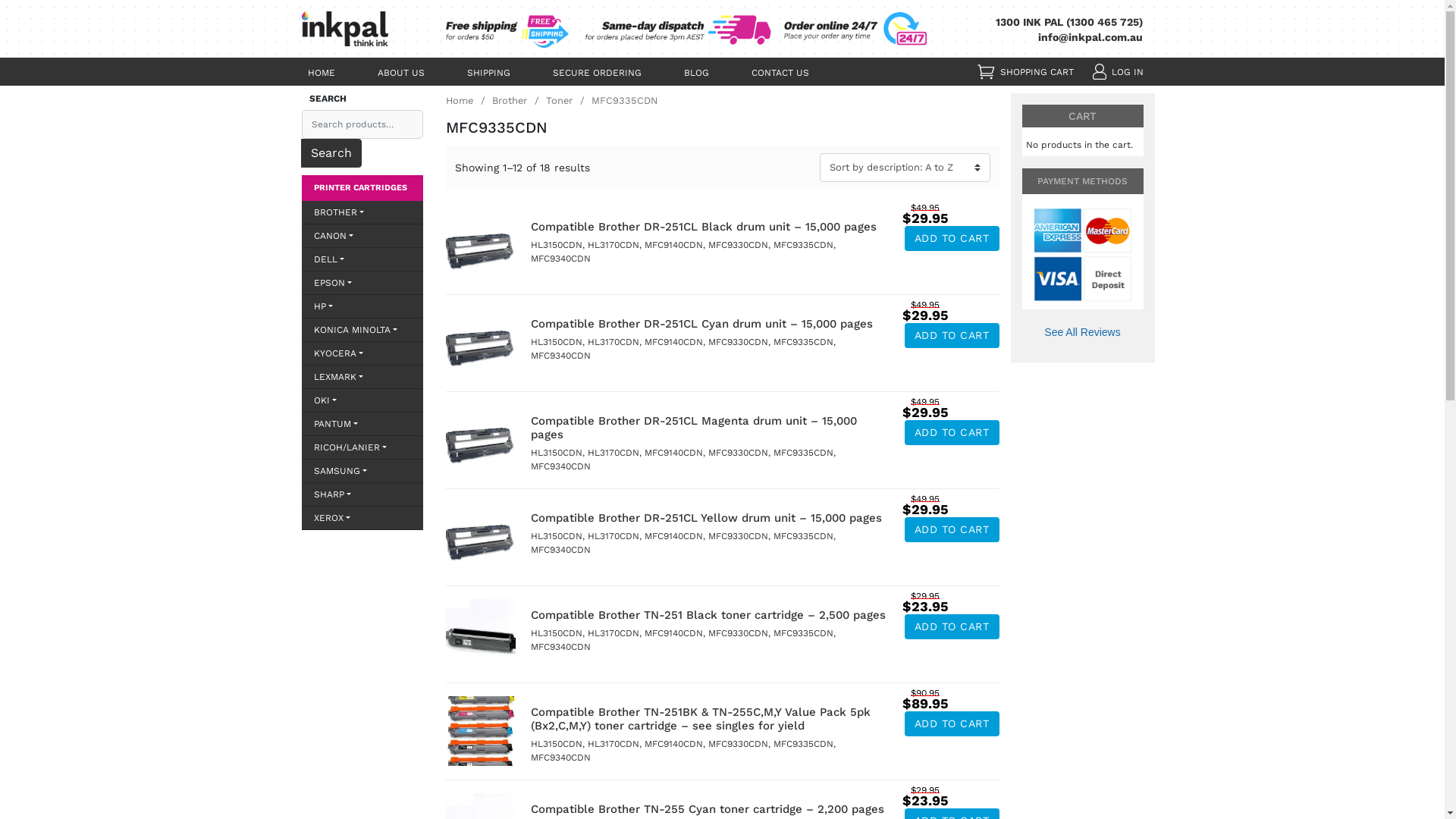  I want to click on 'Home', so click(468, 100).